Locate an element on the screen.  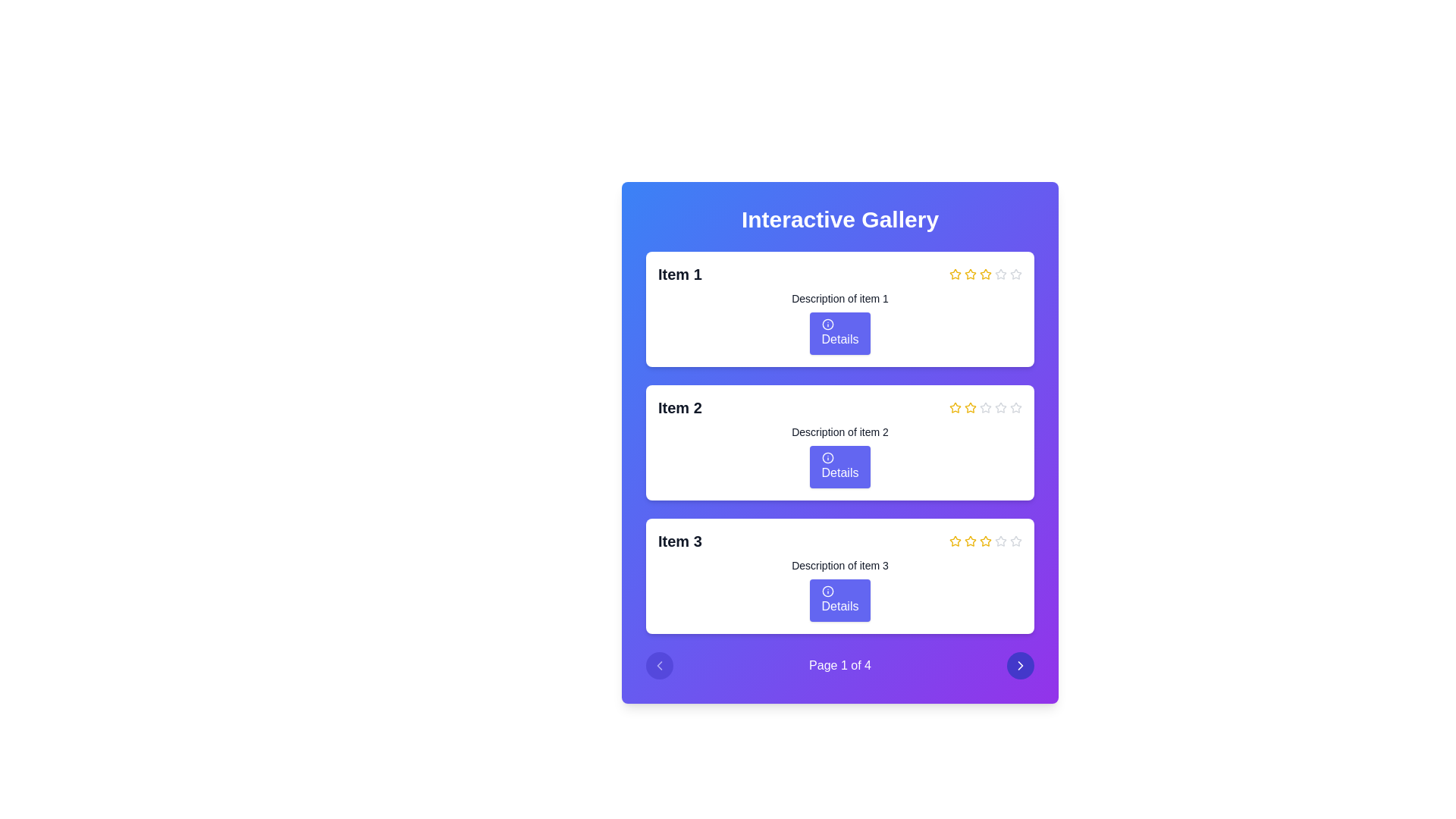
the text label stating 'Description of item 1', which is positioned below the 'Item 1' headline and above the 'Details' button is located at coordinates (839, 298).